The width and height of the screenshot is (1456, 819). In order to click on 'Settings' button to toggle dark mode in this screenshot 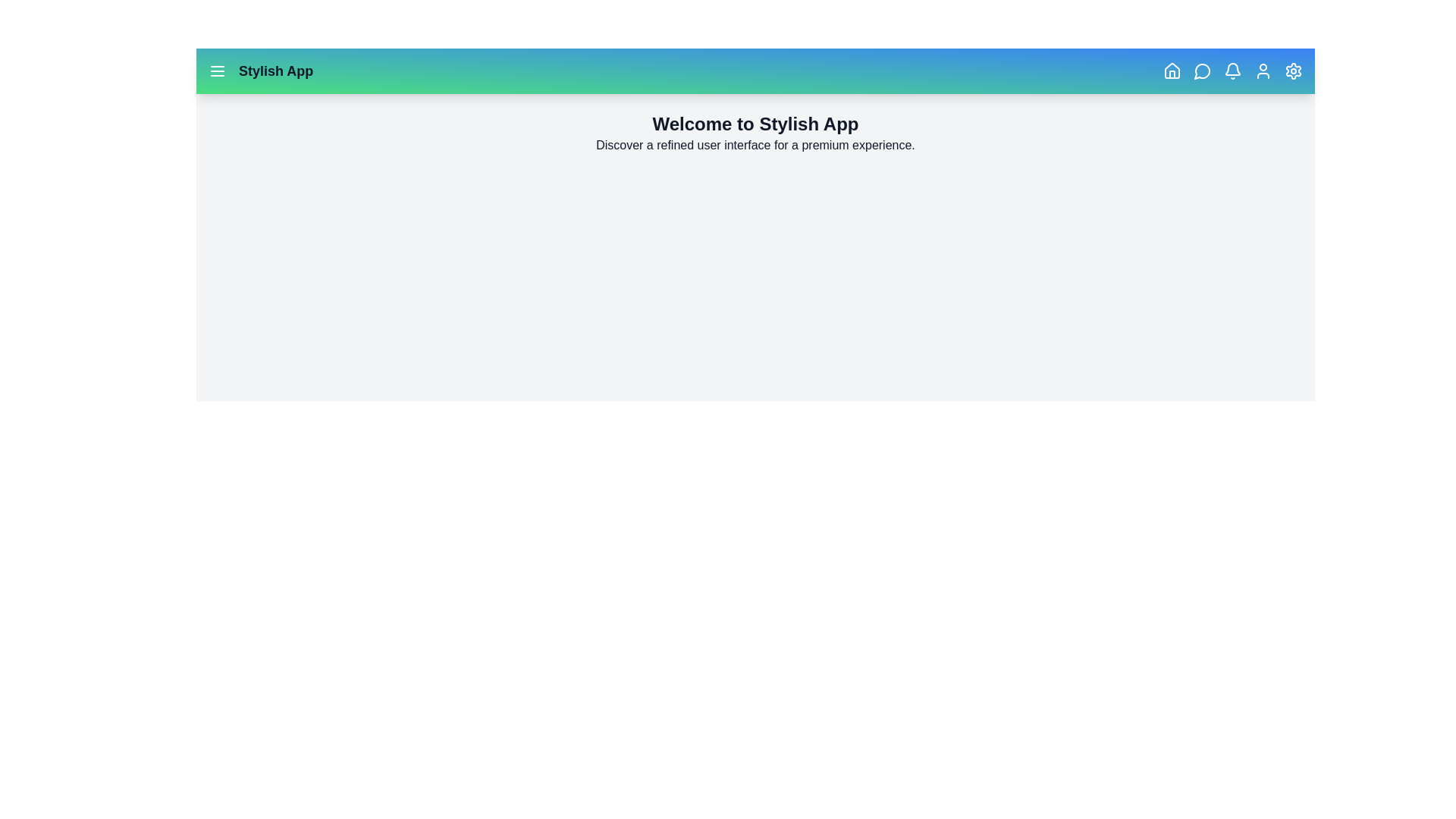, I will do `click(1292, 71)`.